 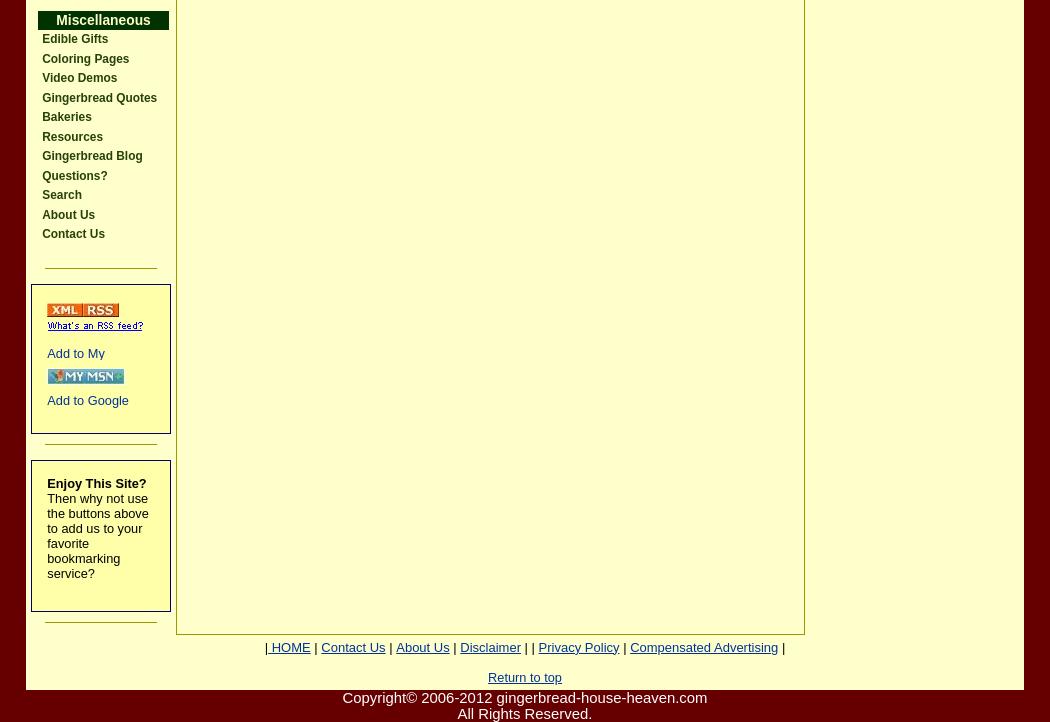 What do you see at coordinates (489, 646) in the screenshot?
I see `'Disclaimer'` at bounding box center [489, 646].